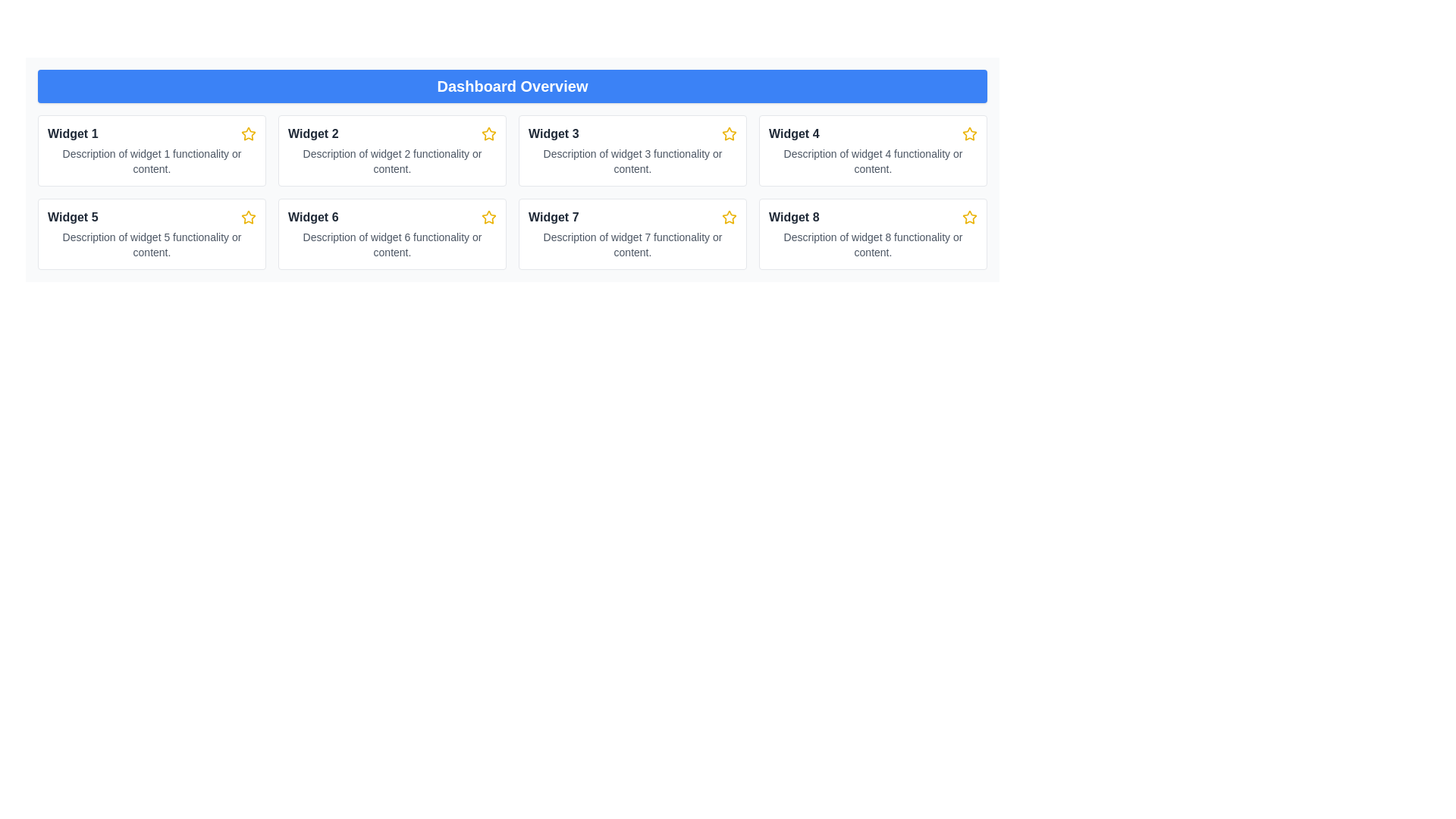 The height and width of the screenshot is (819, 1456). Describe the element at coordinates (72, 217) in the screenshot. I see `text content of the label located in the first column of the second row in the grid, which serves as the title or identifier for the associated item` at that location.